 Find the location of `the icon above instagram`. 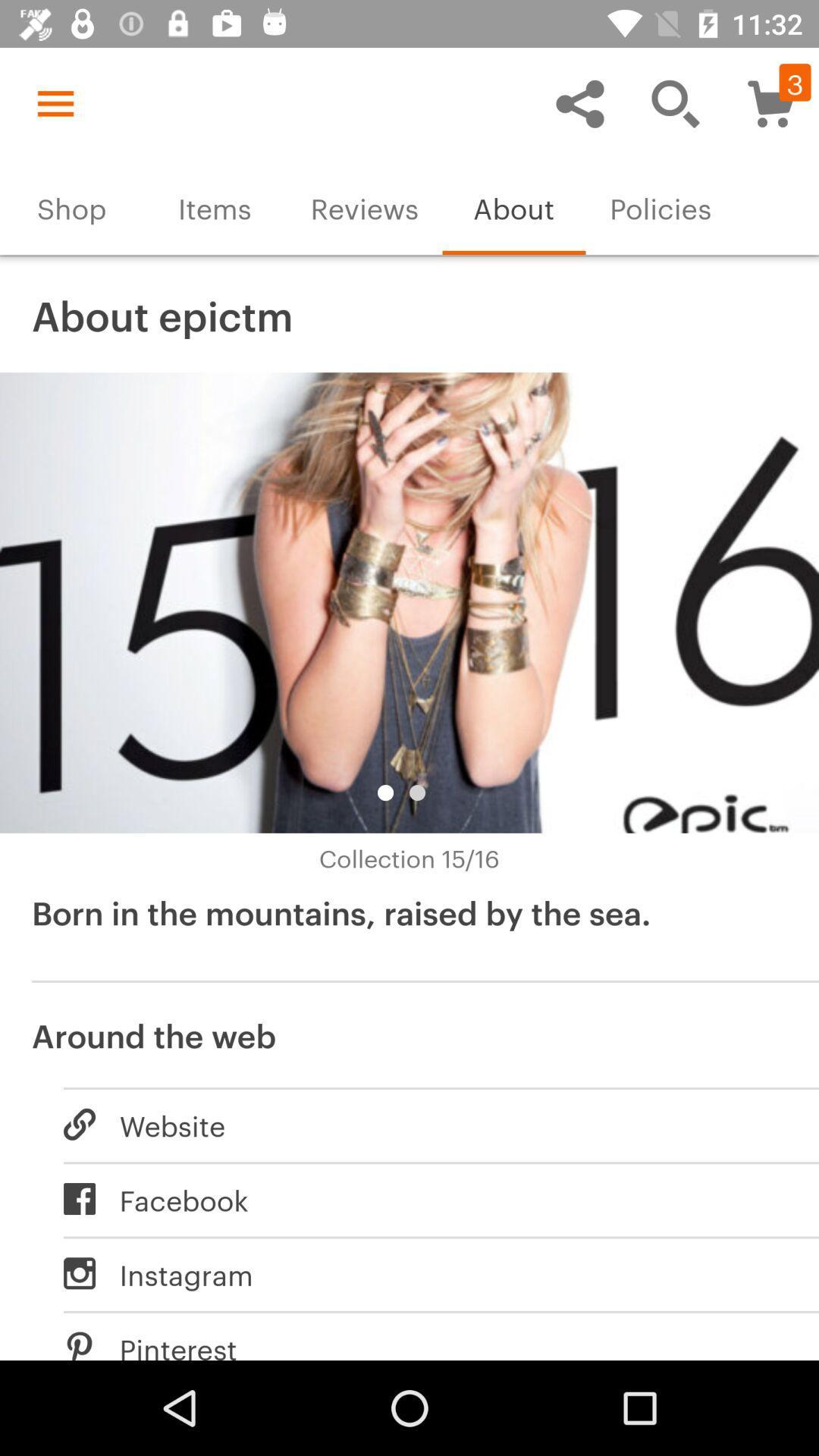

the icon above instagram is located at coordinates (425, 1198).